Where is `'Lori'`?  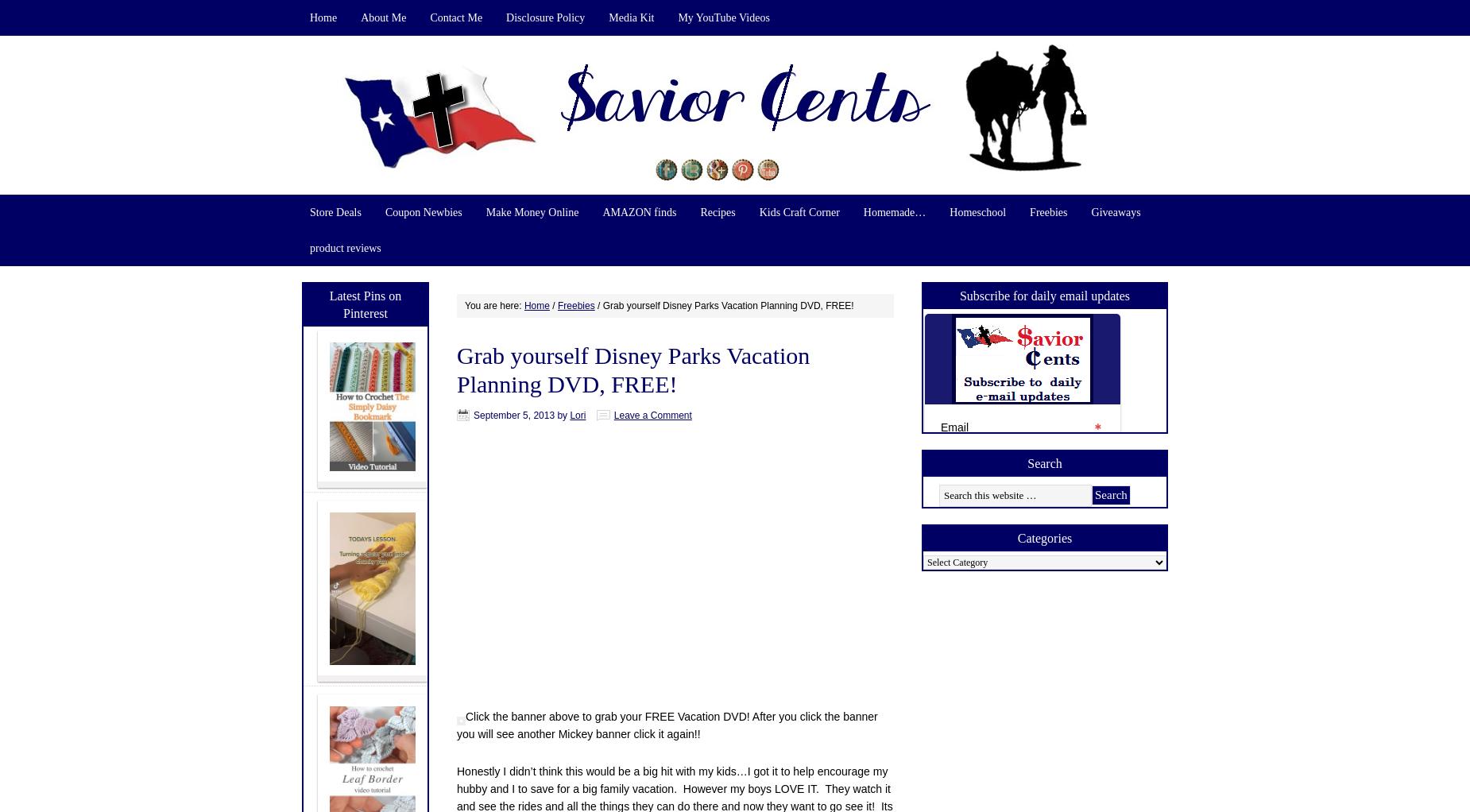 'Lori' is located at coordinates (578, 414).